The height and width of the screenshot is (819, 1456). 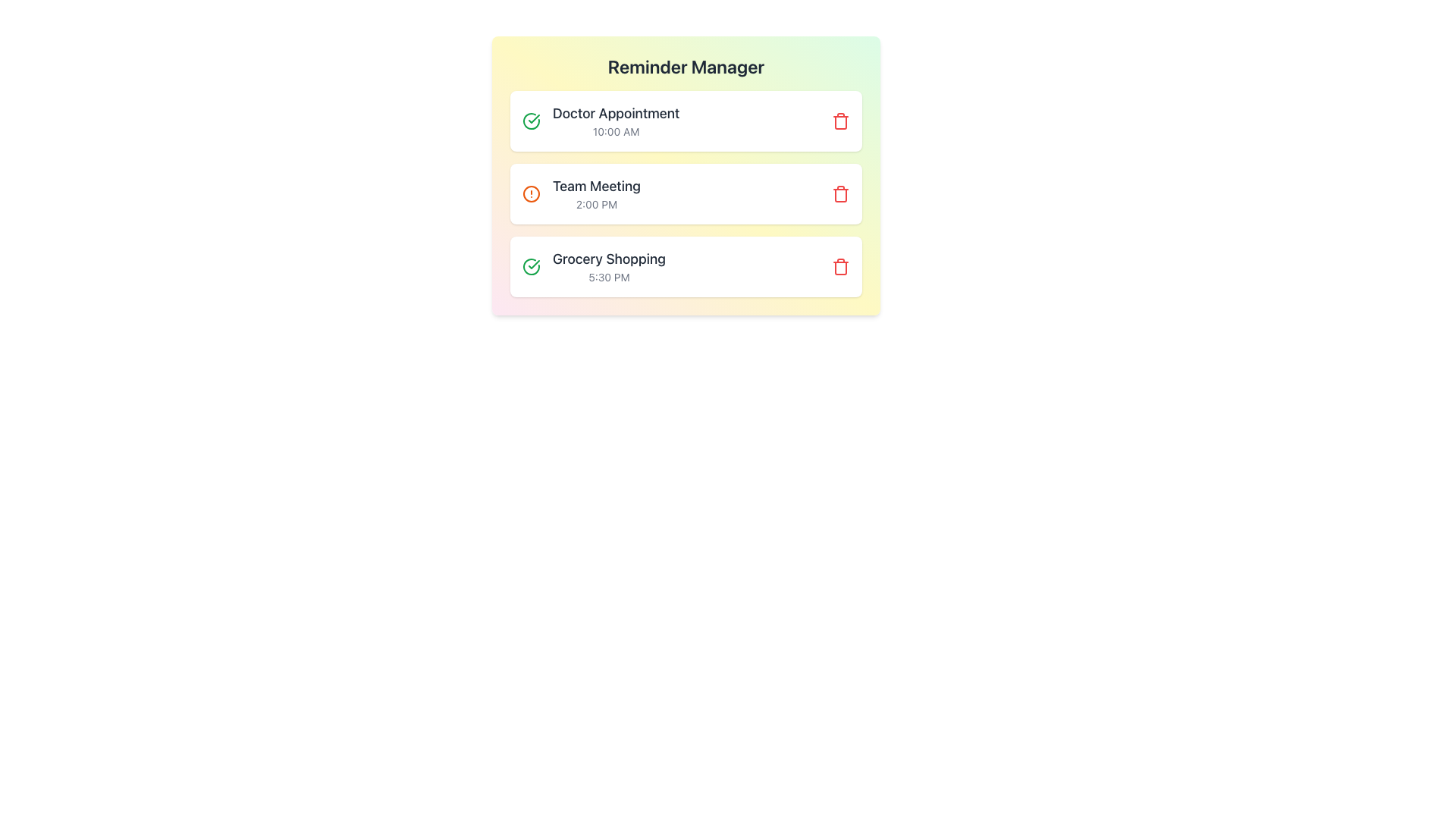 I want to click on the static text label displaying 'Doctor Appointment' in the 'Reminder Manager' interface, so click(x=616, y=113).